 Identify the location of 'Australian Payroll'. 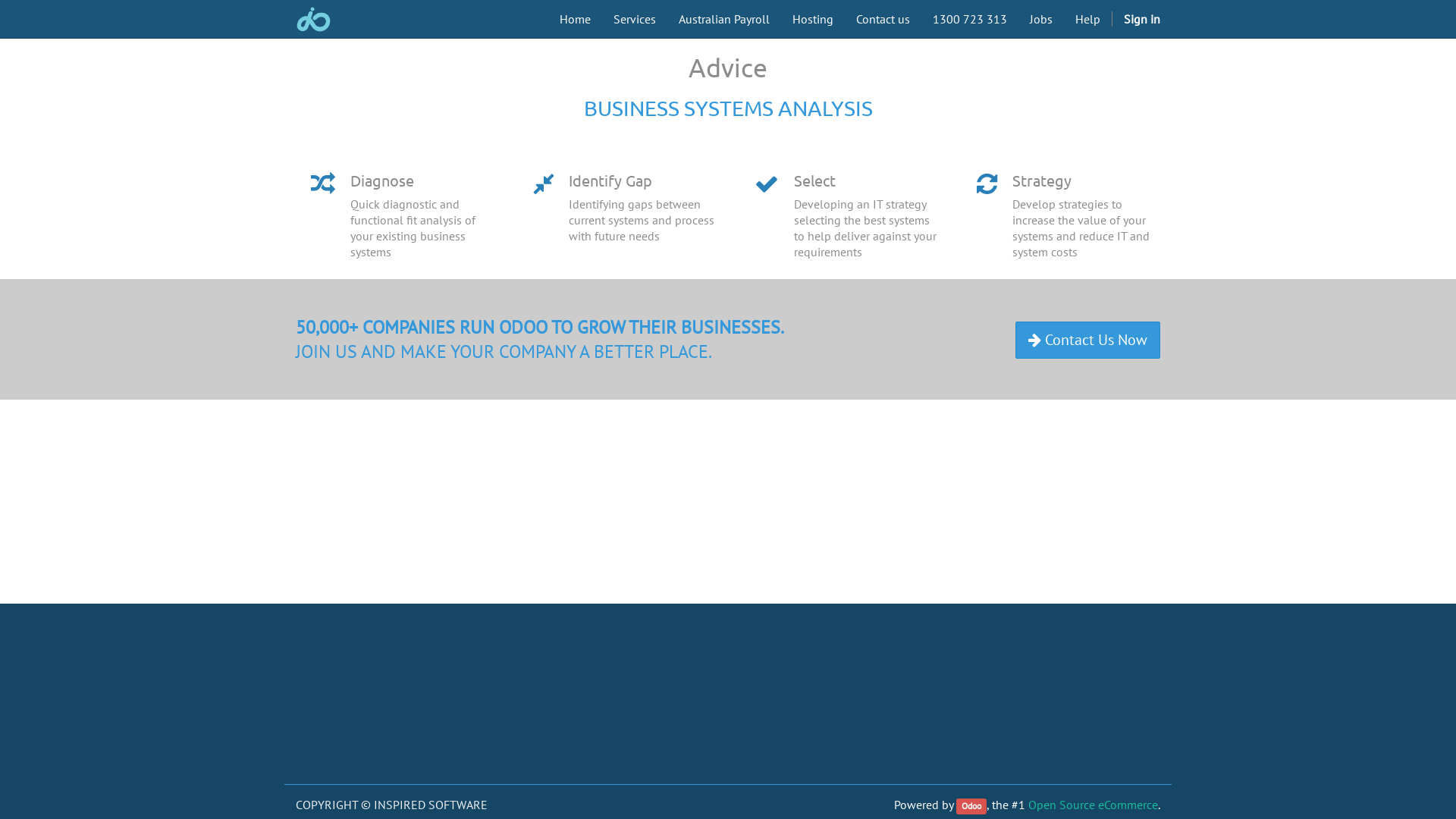
(667, 18).